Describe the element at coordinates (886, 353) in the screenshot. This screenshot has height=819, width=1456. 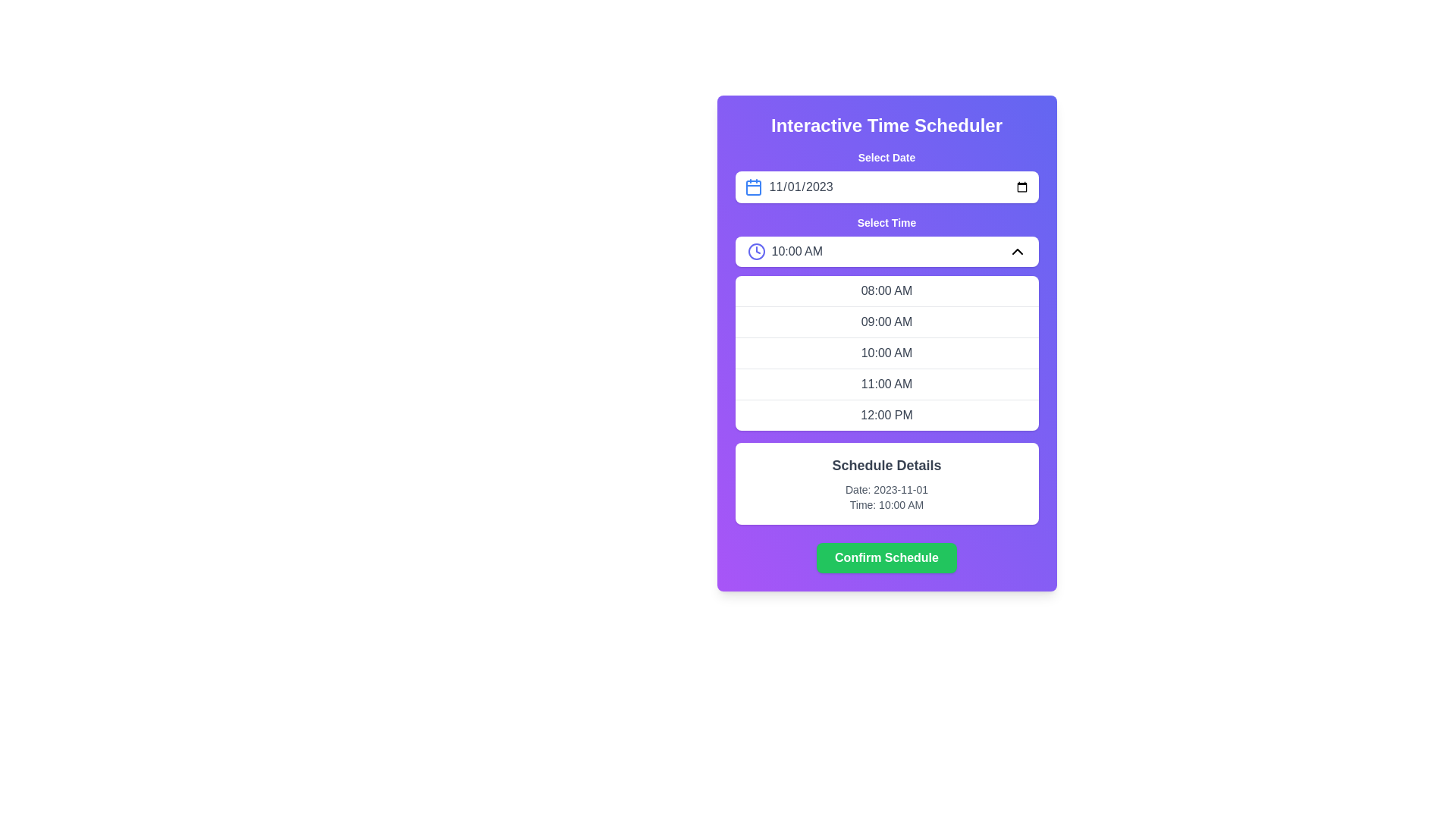
I see `the text item displaying '10:00 AM' in the vertically stacked list of time options` at that location.